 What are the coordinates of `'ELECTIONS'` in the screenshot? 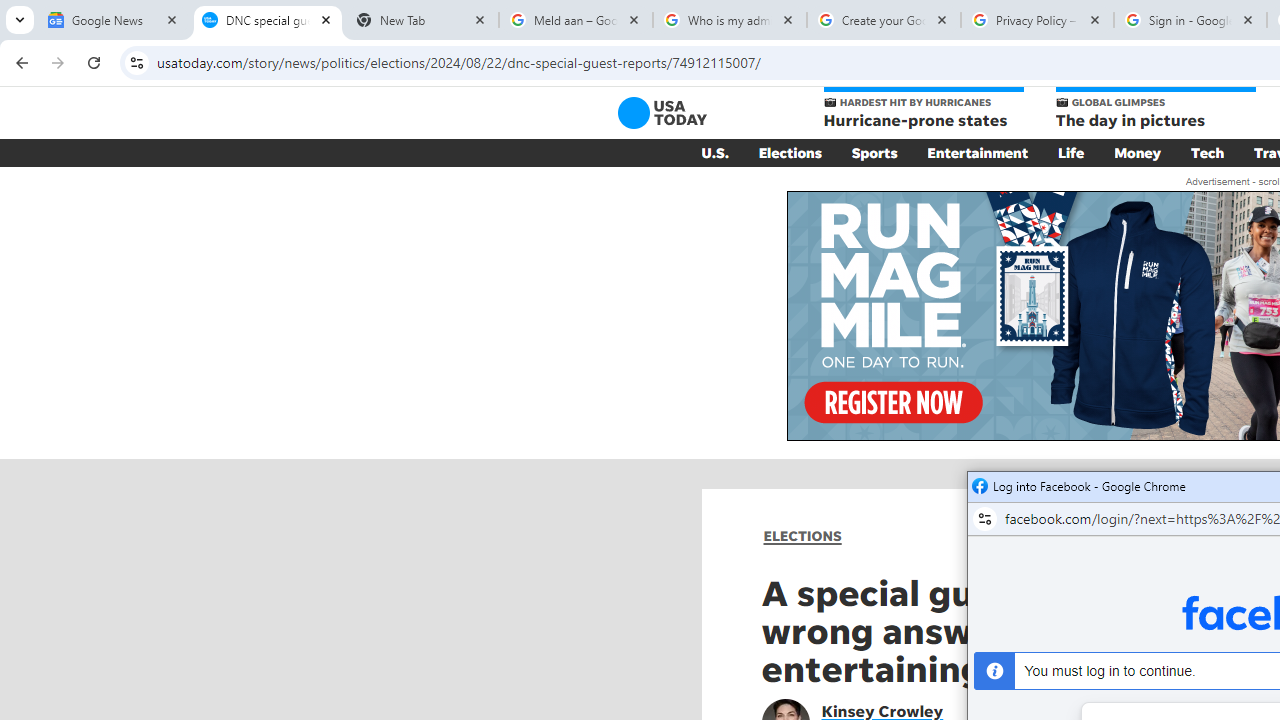 It's located at (802, 535).